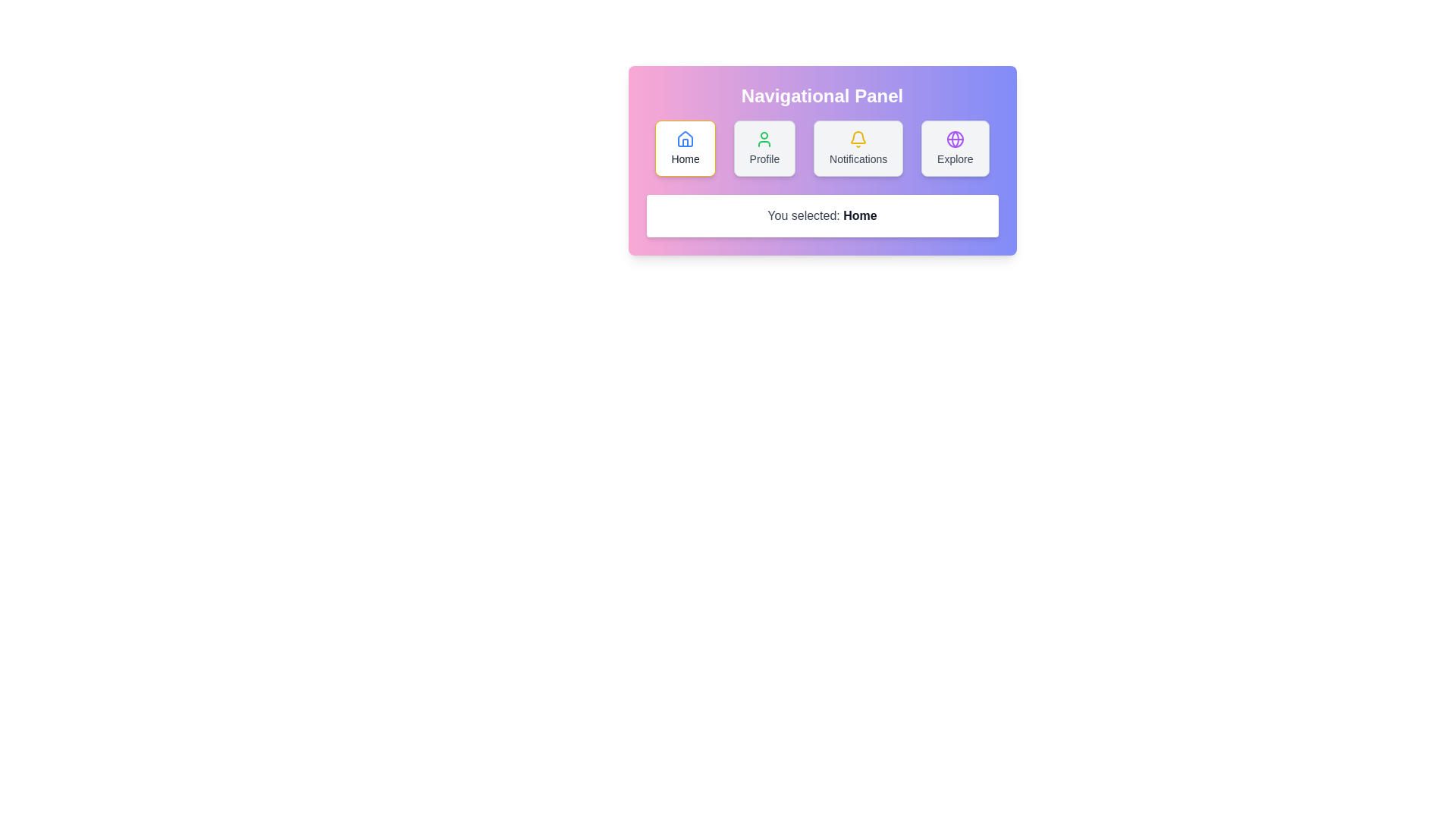 The image size is (1456, 819). I want to click on the 'Profile' button, which has a green user icon and is located to the right of the 'Home' button and to the left of the 'Notifications' button, so click(764, 149).